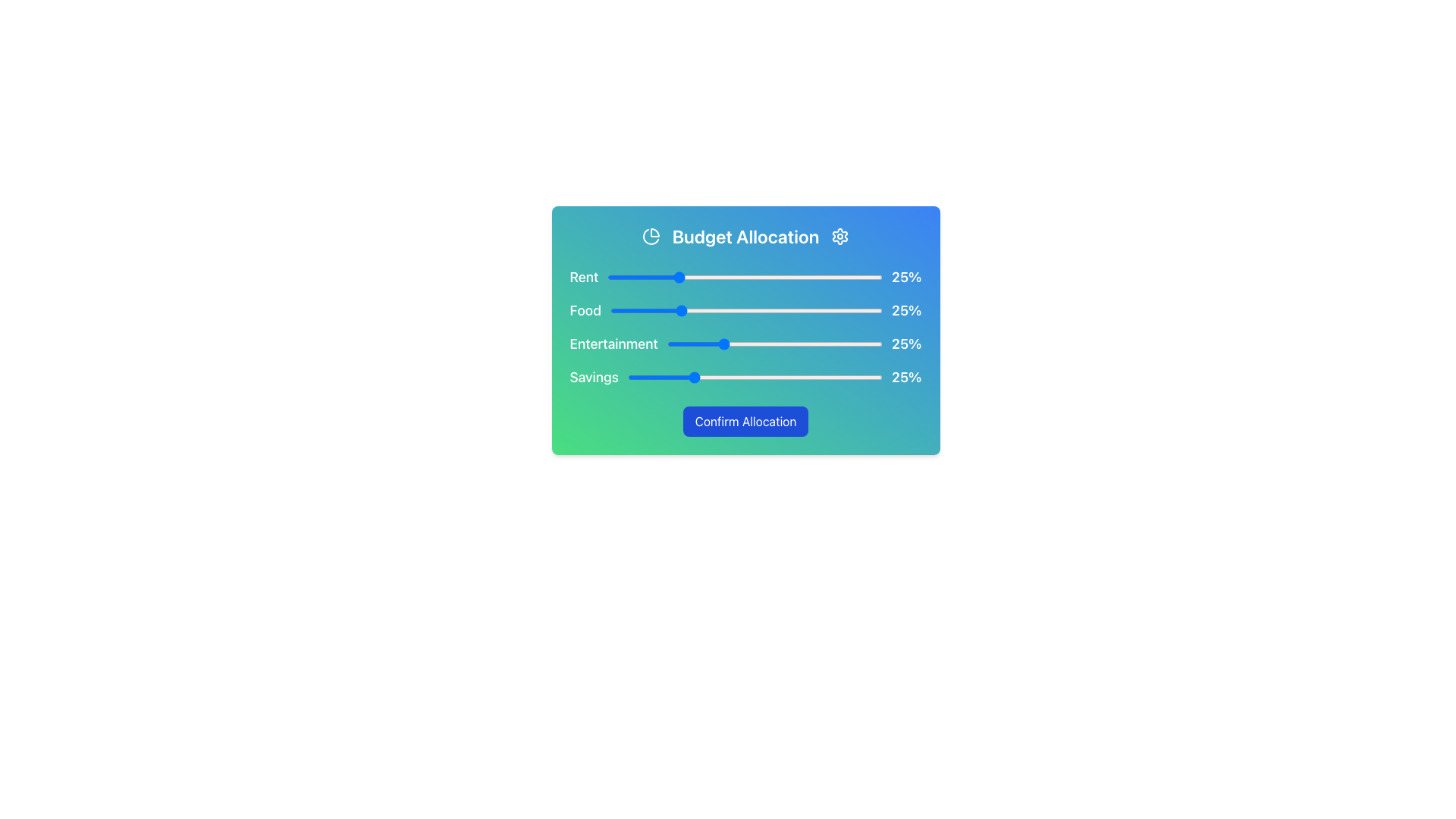 The height and width of the screenshot is (819, 1456). What do you see at coordinates (683, 344) in the screenshot?
I see `the Entertainment budget percentage` at bounding box center [683, 344].